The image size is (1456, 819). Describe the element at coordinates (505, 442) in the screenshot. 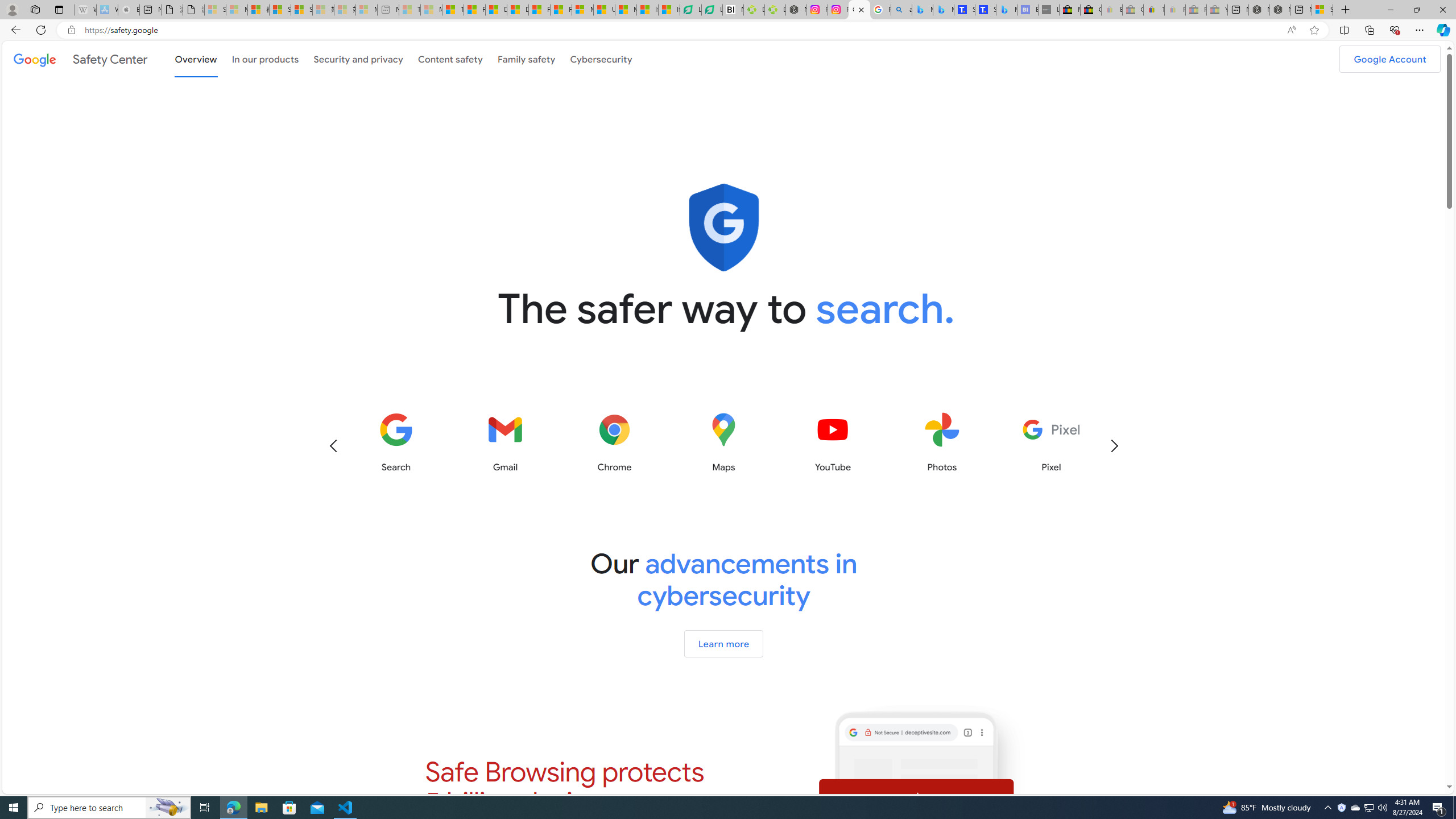

I see `'Gmail'` at that location.